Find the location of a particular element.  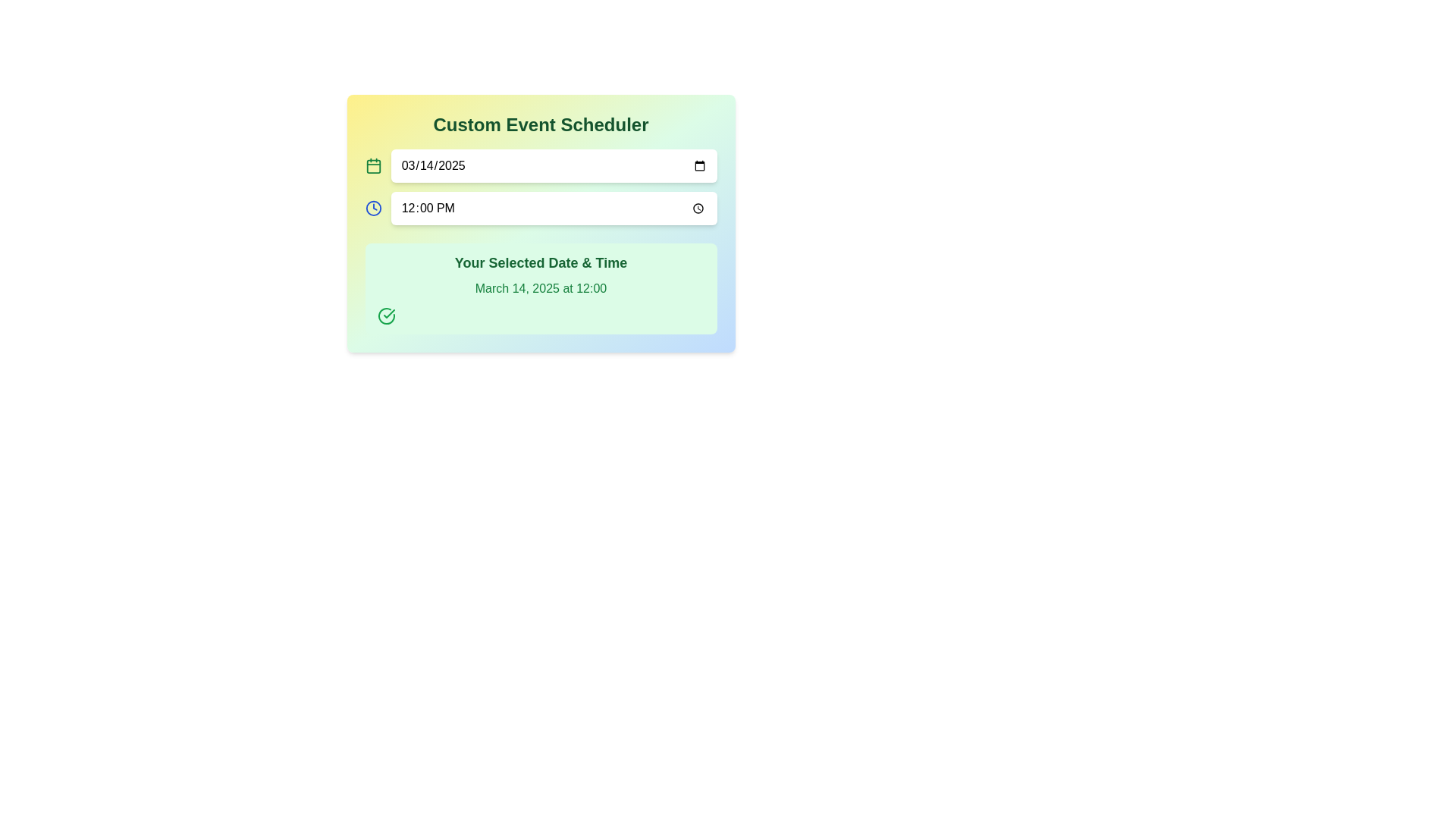

the time selection icon located immediately to the left of the input field displaying '12:00 PM' is located at coordinates (373, 208).